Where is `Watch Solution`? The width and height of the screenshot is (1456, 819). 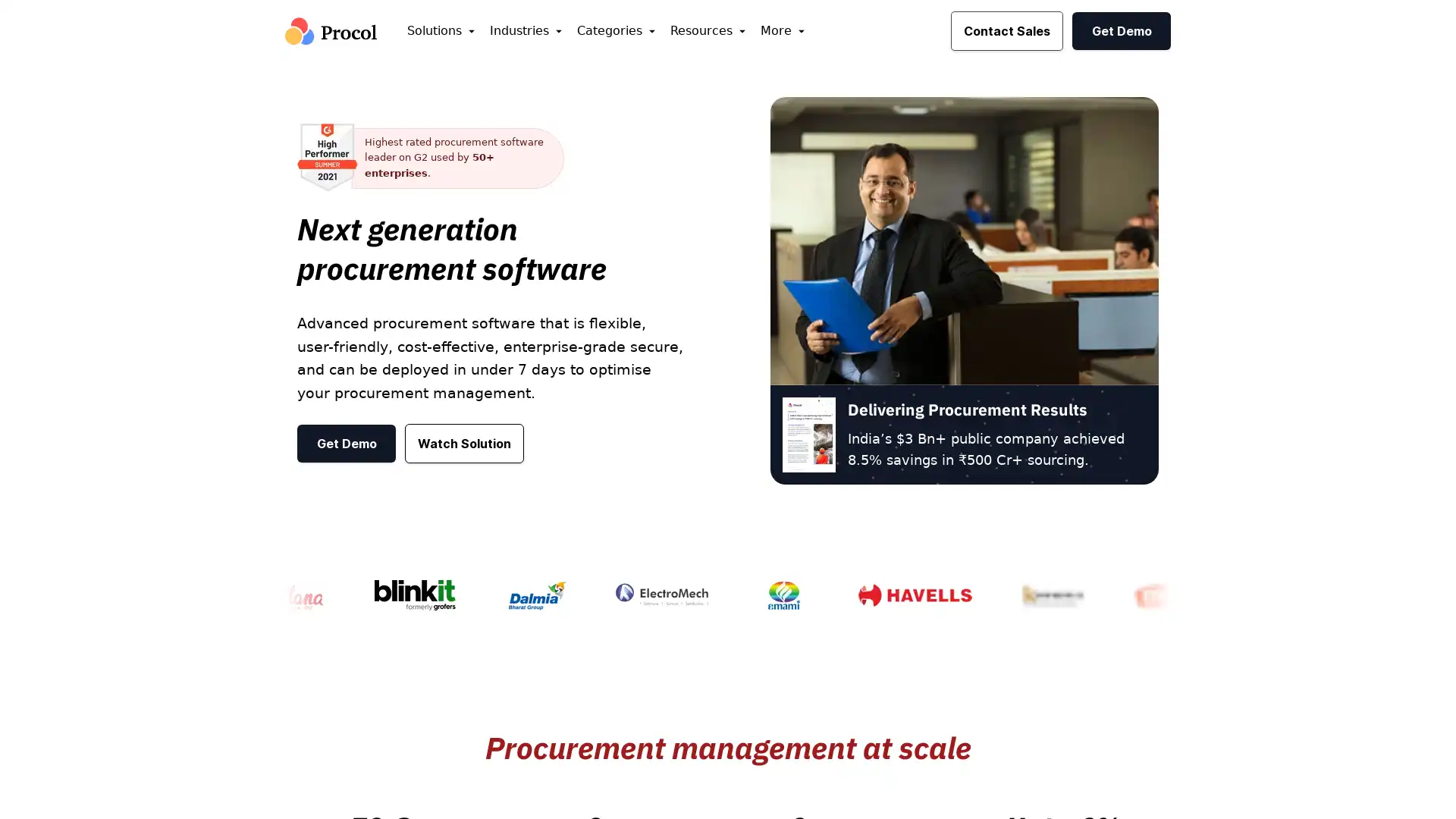
Watch Solution is located at coordinates (463, 442).